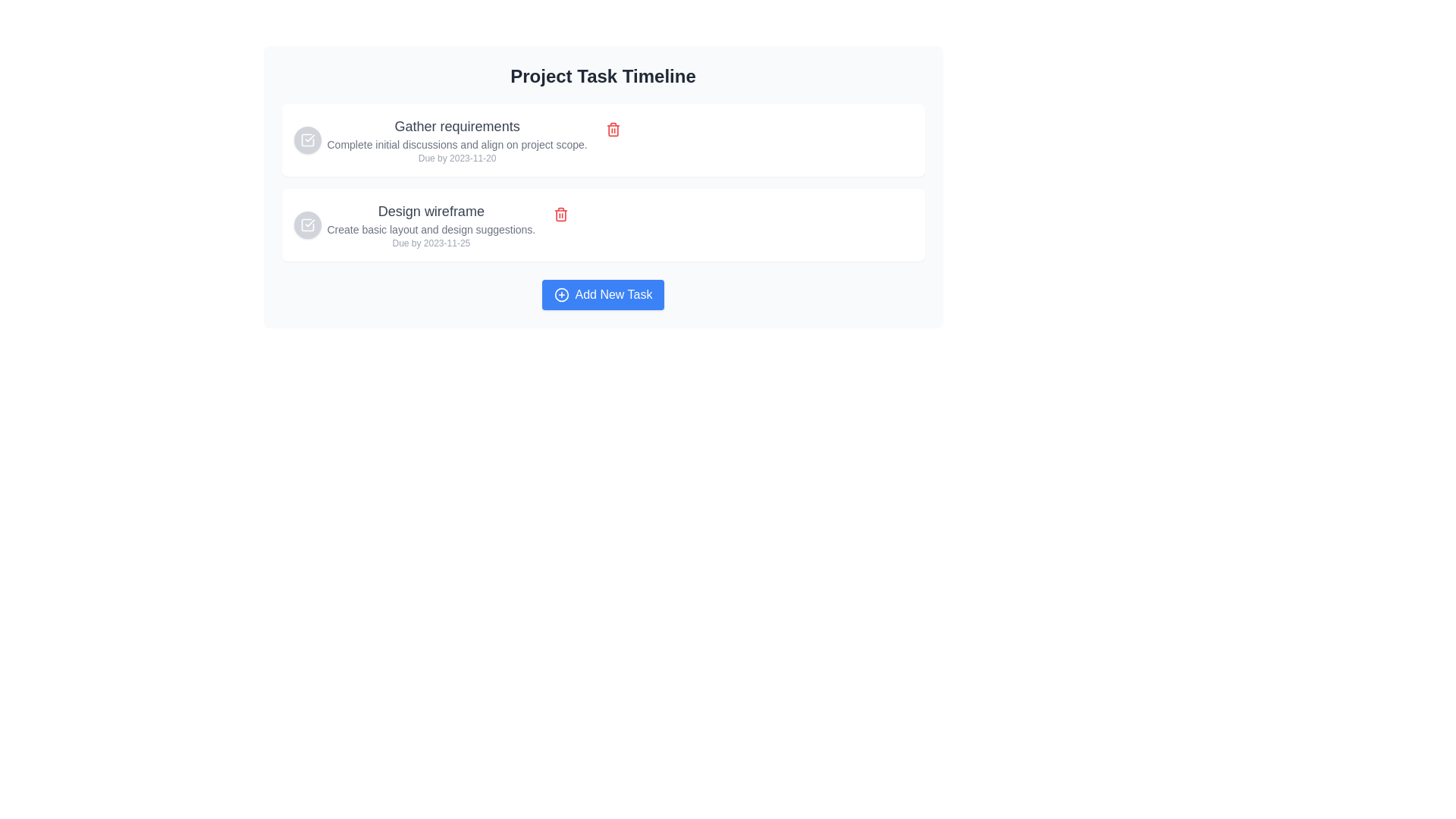 This screenshot has height=819, width=1456. What do you see at coordinates (602, 295) in the screenshot?
I see `the blue rectangular button with rounded edges labeled 'Add New Task'` at bounding box center [602, 295].